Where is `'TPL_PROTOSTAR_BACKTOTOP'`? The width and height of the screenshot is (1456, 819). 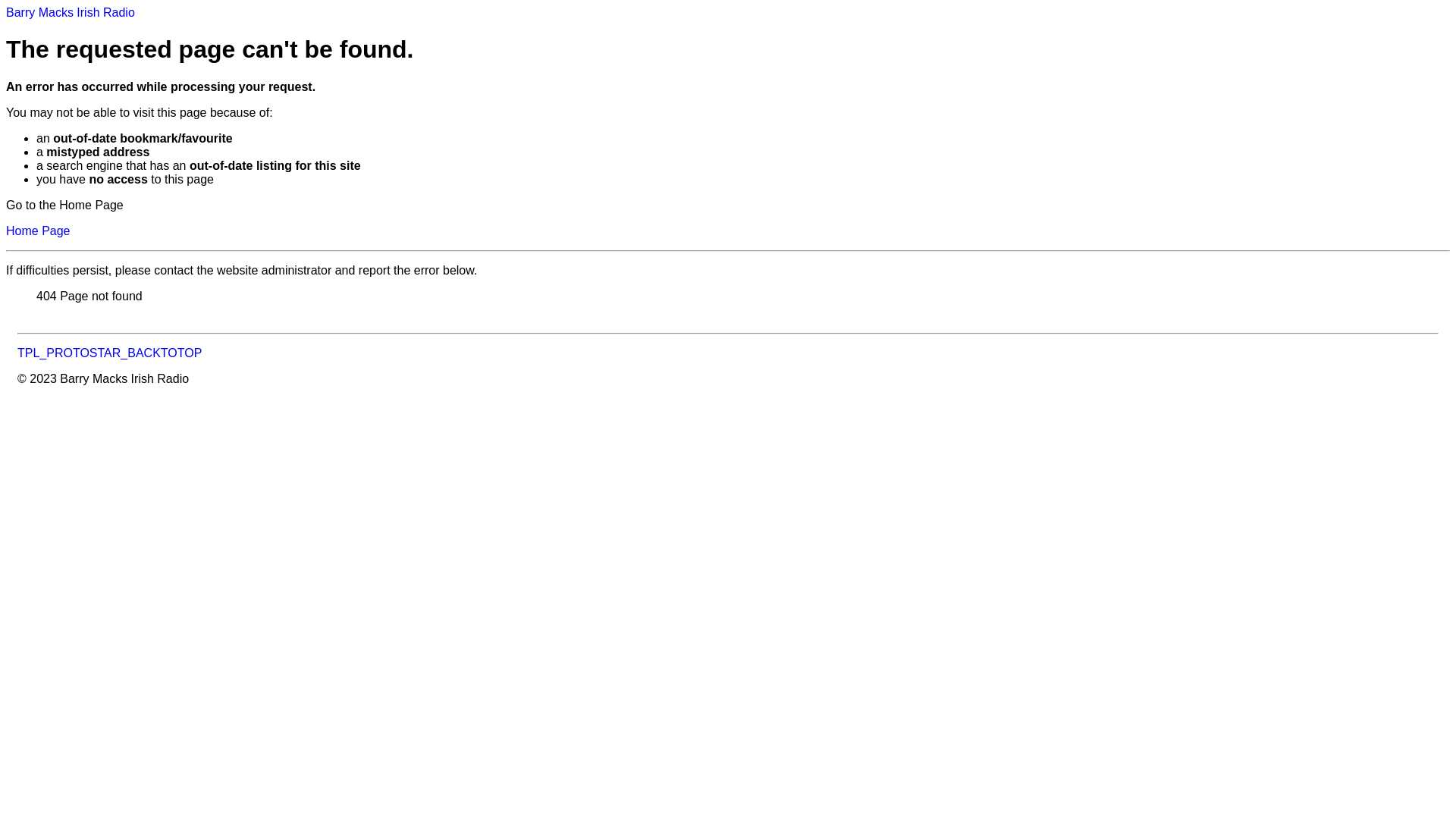 'TPL_PROTOSTAR_BACKTOTOP' is located at coordinates (108, 353).